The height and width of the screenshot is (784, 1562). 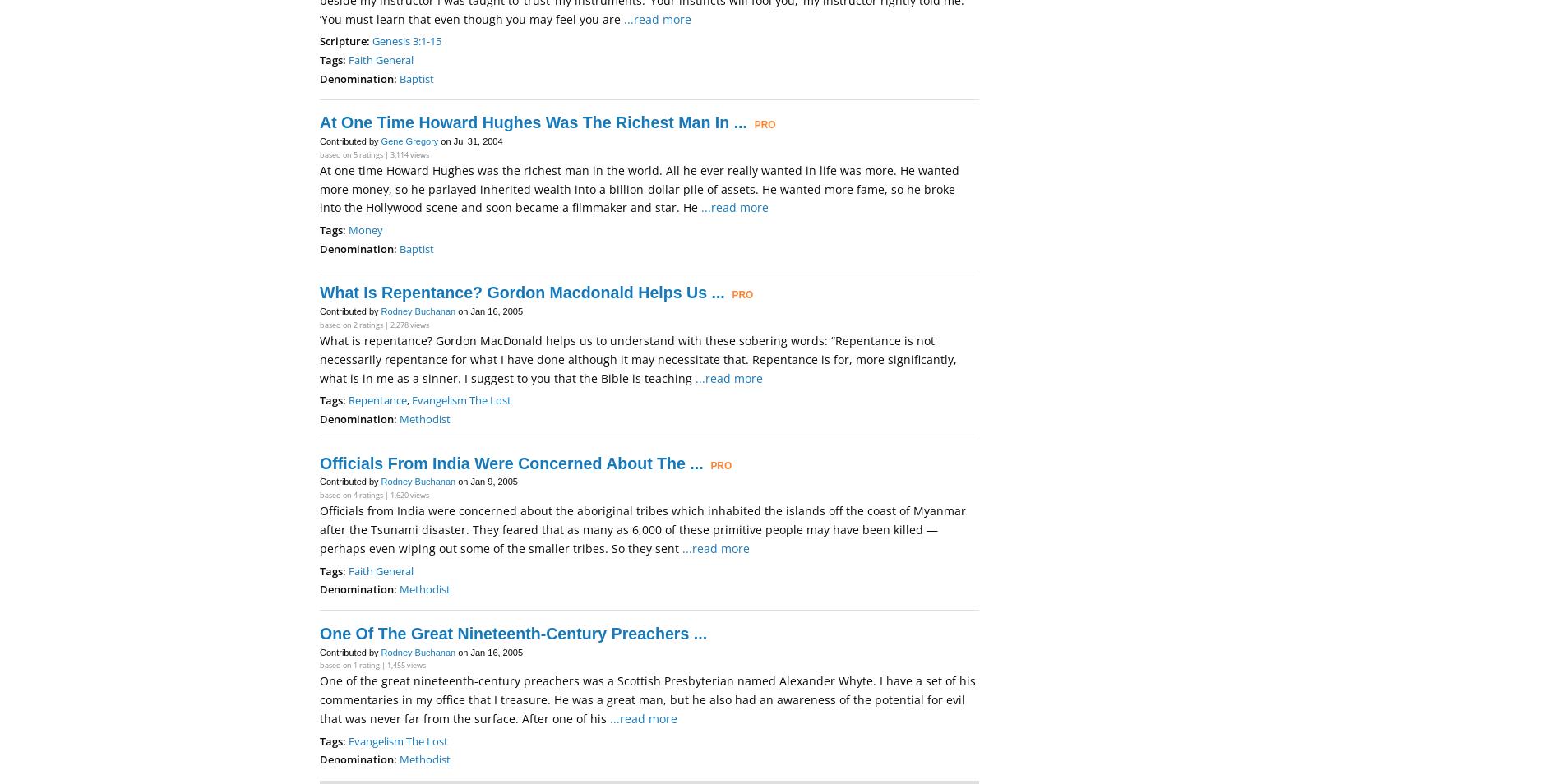 I want to click on 'I Desire Mercy Not Sacrifice', so click(x=989, y=154).